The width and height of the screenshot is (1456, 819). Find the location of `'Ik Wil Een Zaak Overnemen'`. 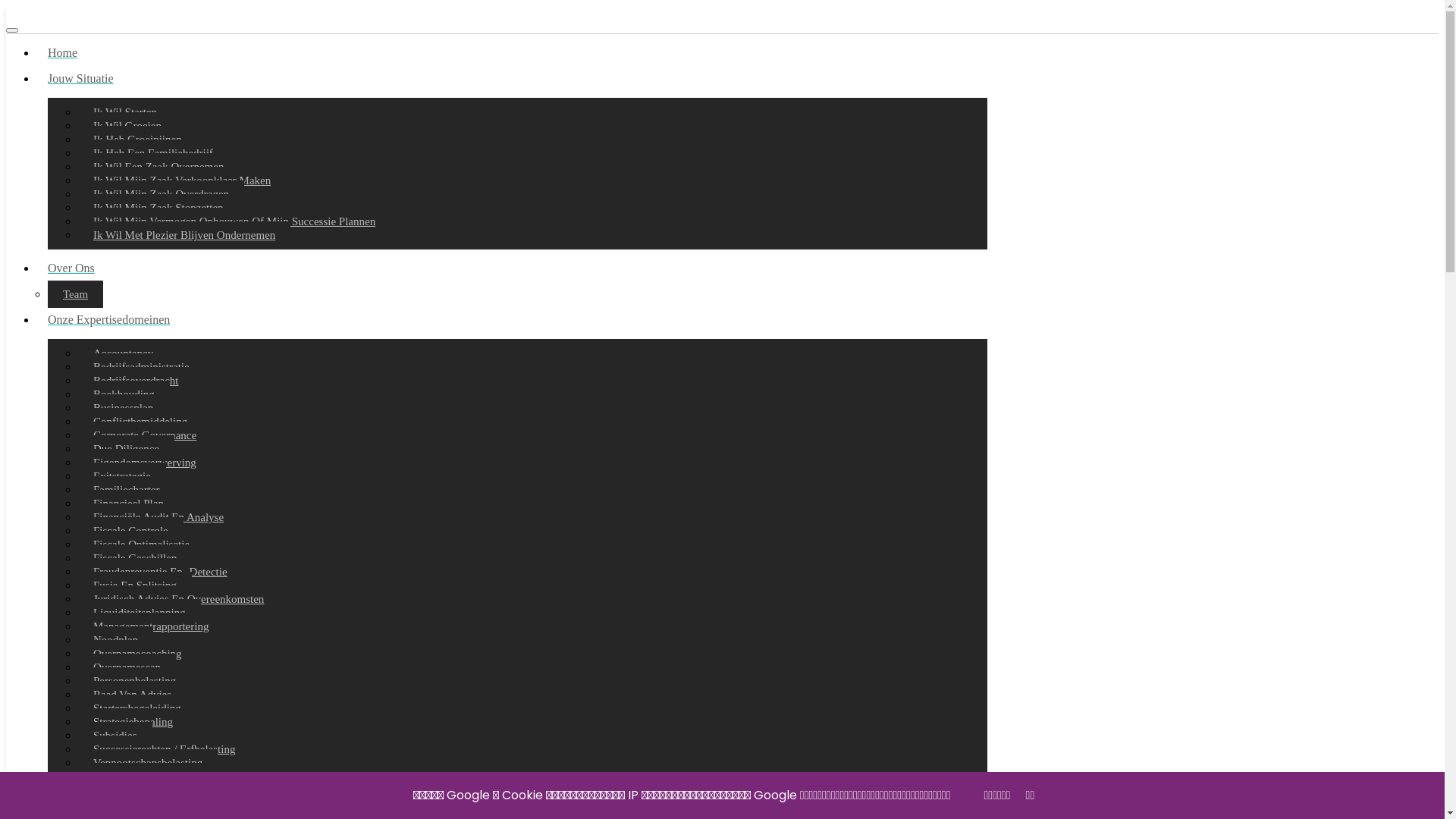

'Ik Wil Een Zaak Overnemen' is located at coordinates (158, 166).